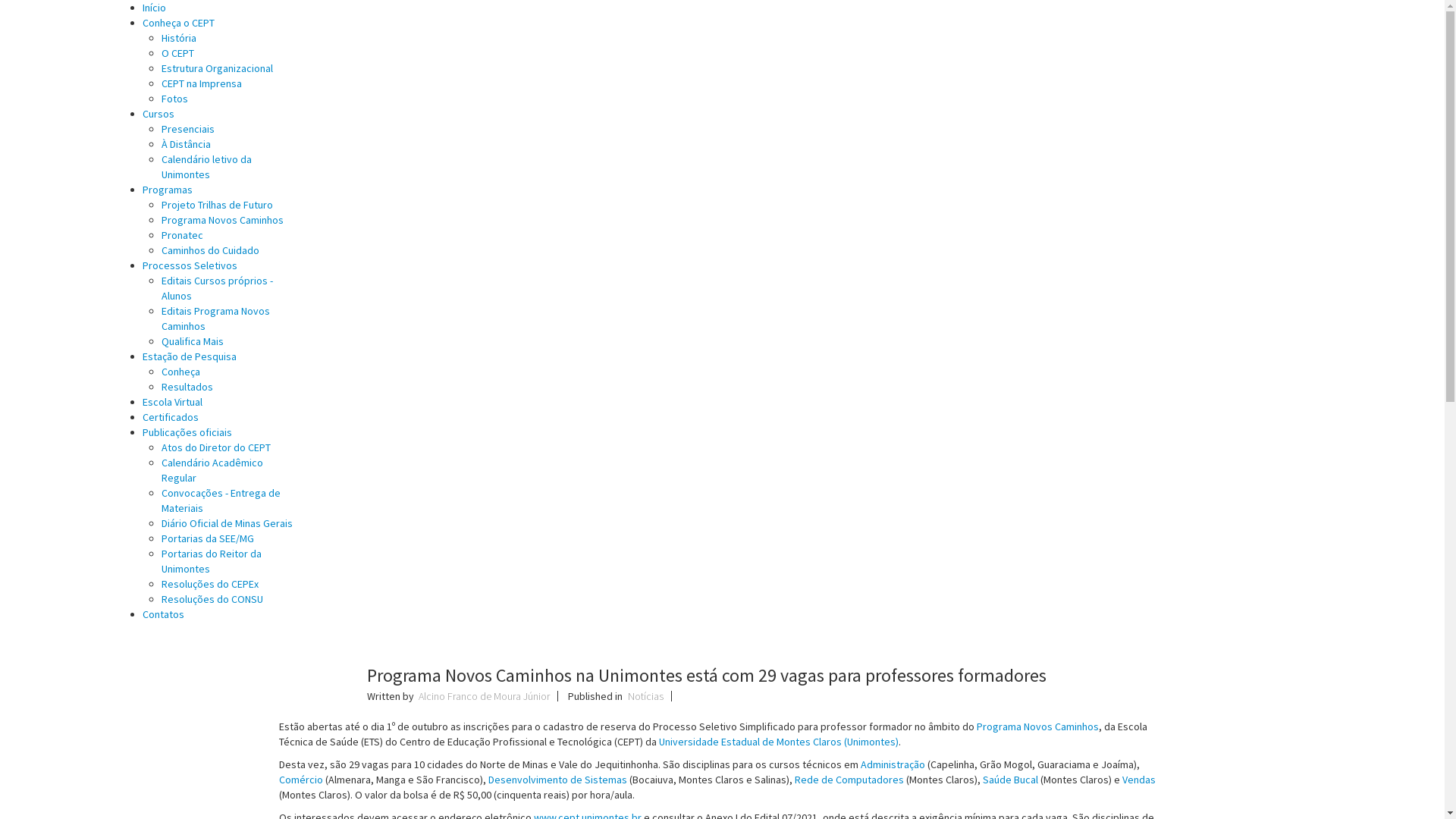  Describe the element at coordinates (142, 417) in the screenshot. I see `'Certificados'` at that location.